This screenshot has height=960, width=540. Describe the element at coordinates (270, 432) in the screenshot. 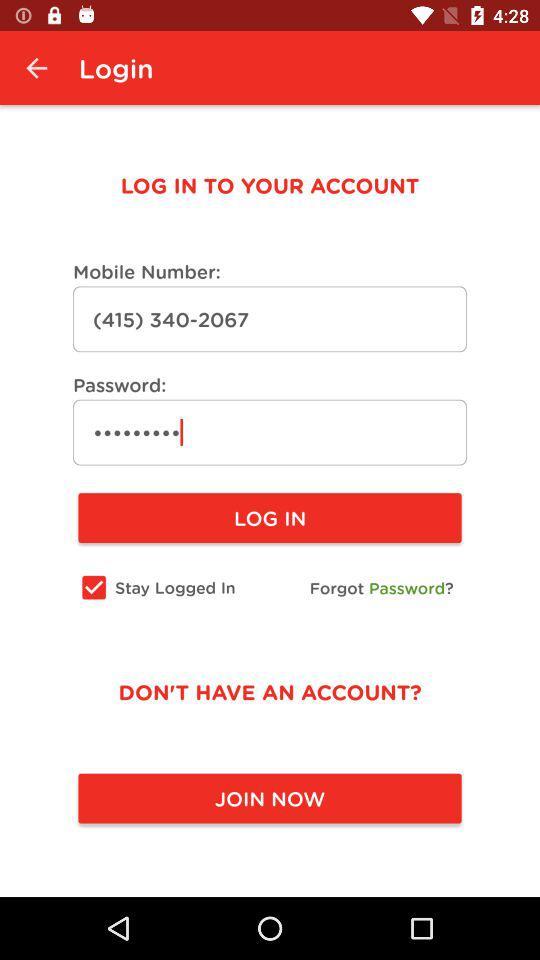

I see `the text field below password` at that location.